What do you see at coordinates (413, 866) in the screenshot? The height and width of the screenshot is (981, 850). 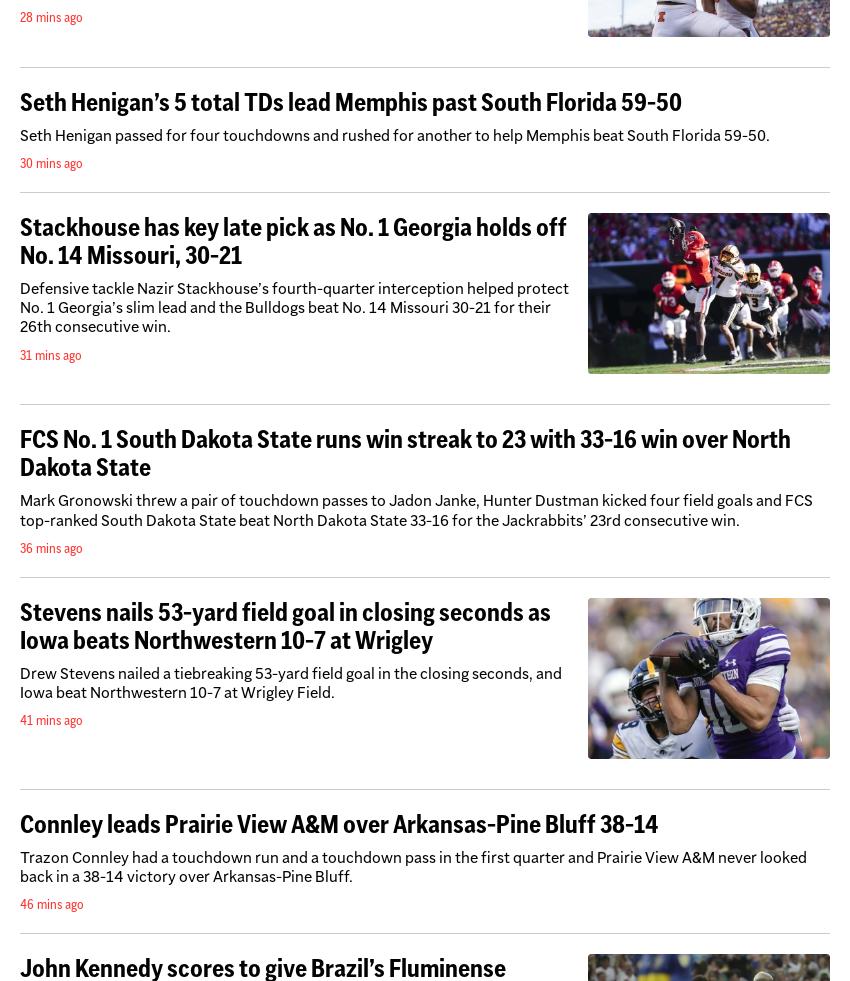 I see `'Trazon Connley had a touchdown run and a touchdown pass in the first quarter and Prairie View A&M never looked back in a 38-14 victory over Arkansas-Pine Bluff.'` at bounding box center [413, 866].